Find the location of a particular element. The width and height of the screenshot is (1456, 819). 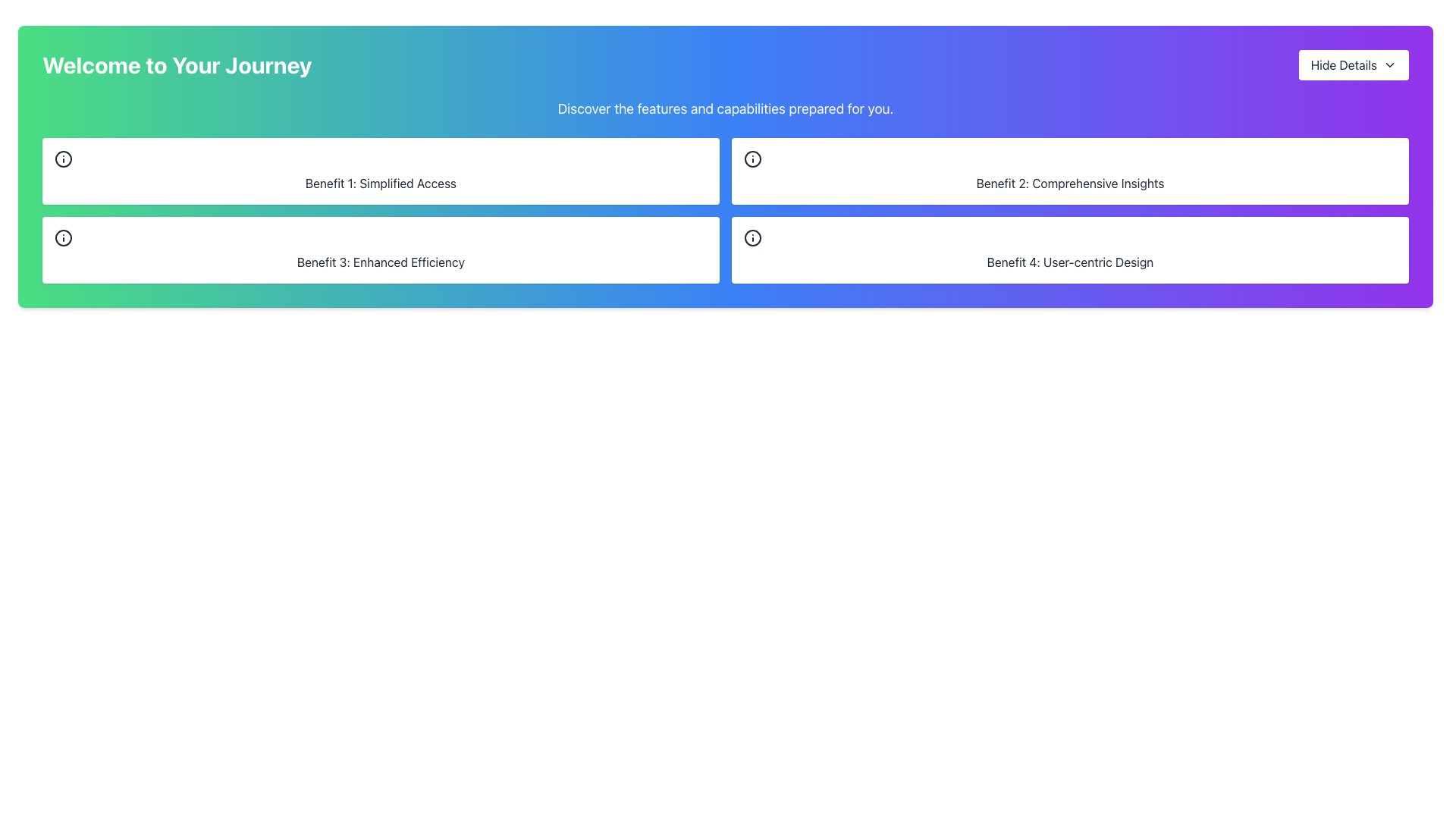

Circle graphic element that serves as the circular boundary of the informational icon, located in the first row of the card layout to the far-left of 'Benefit 1: Simplified Access' is located at coordinates (62, 158).